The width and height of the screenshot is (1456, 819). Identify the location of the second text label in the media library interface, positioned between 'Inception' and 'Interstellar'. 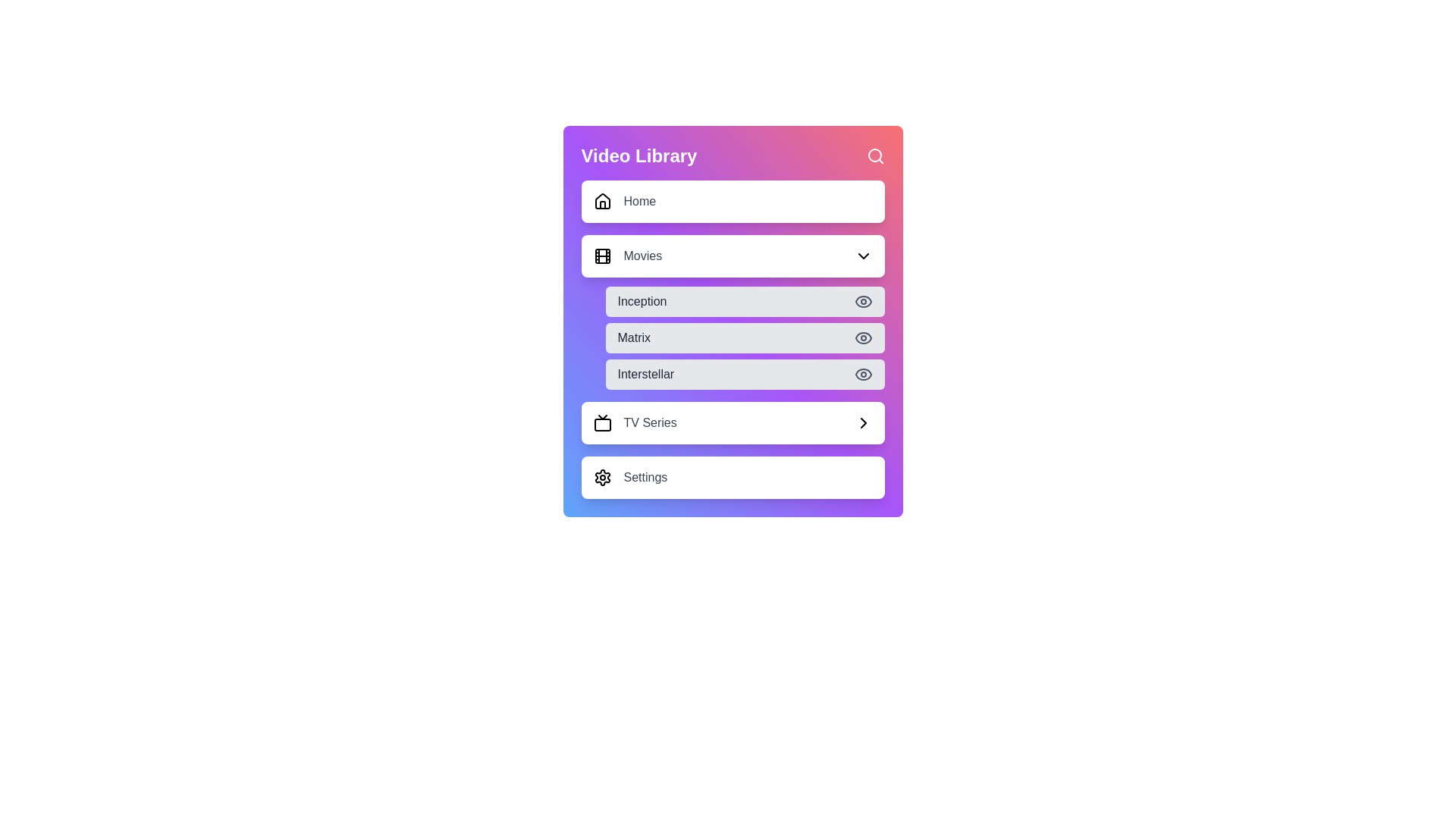
(634, 337).